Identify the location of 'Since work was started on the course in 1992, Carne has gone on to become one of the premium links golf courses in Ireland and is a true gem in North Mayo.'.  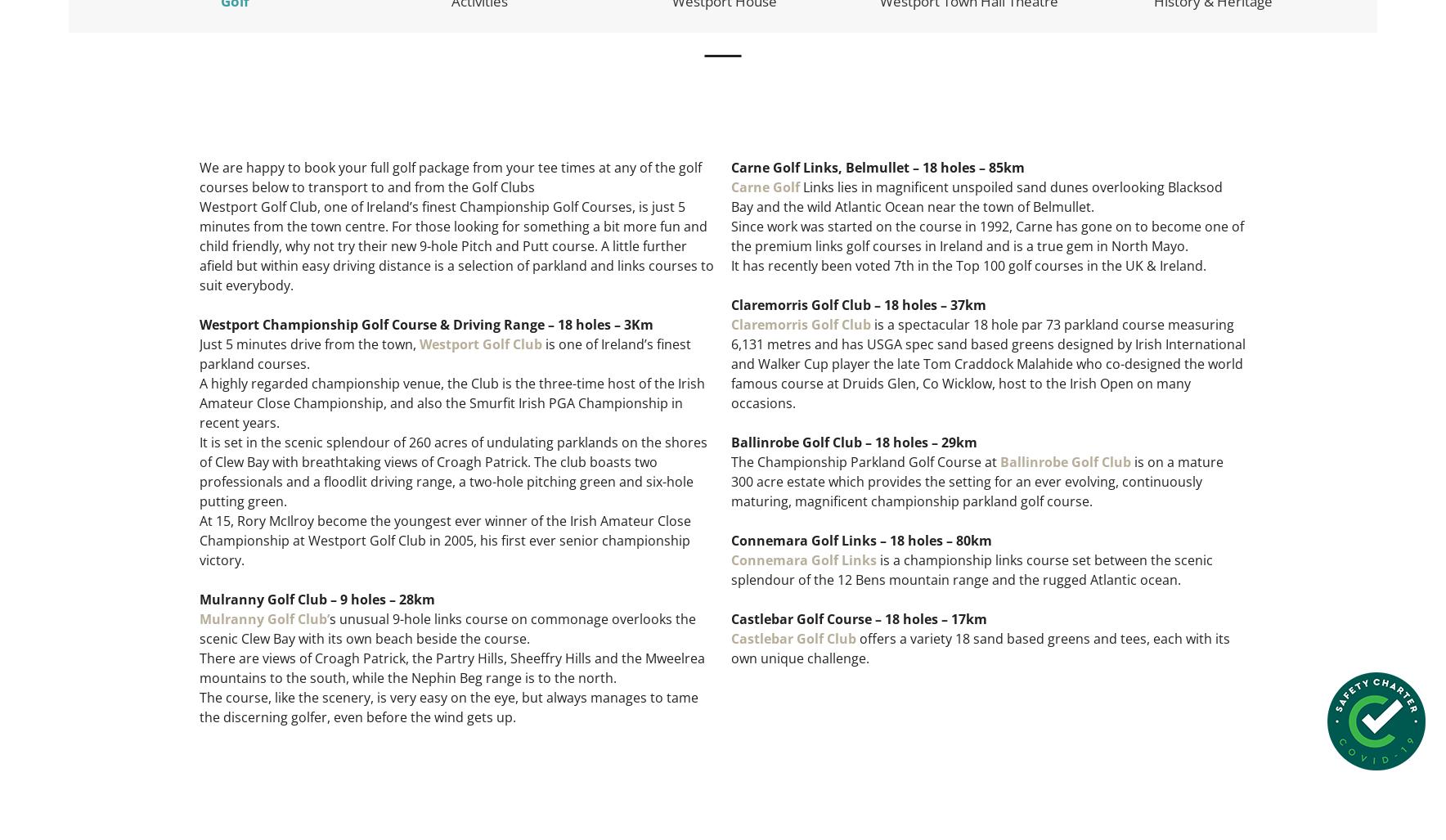
(987, 235).